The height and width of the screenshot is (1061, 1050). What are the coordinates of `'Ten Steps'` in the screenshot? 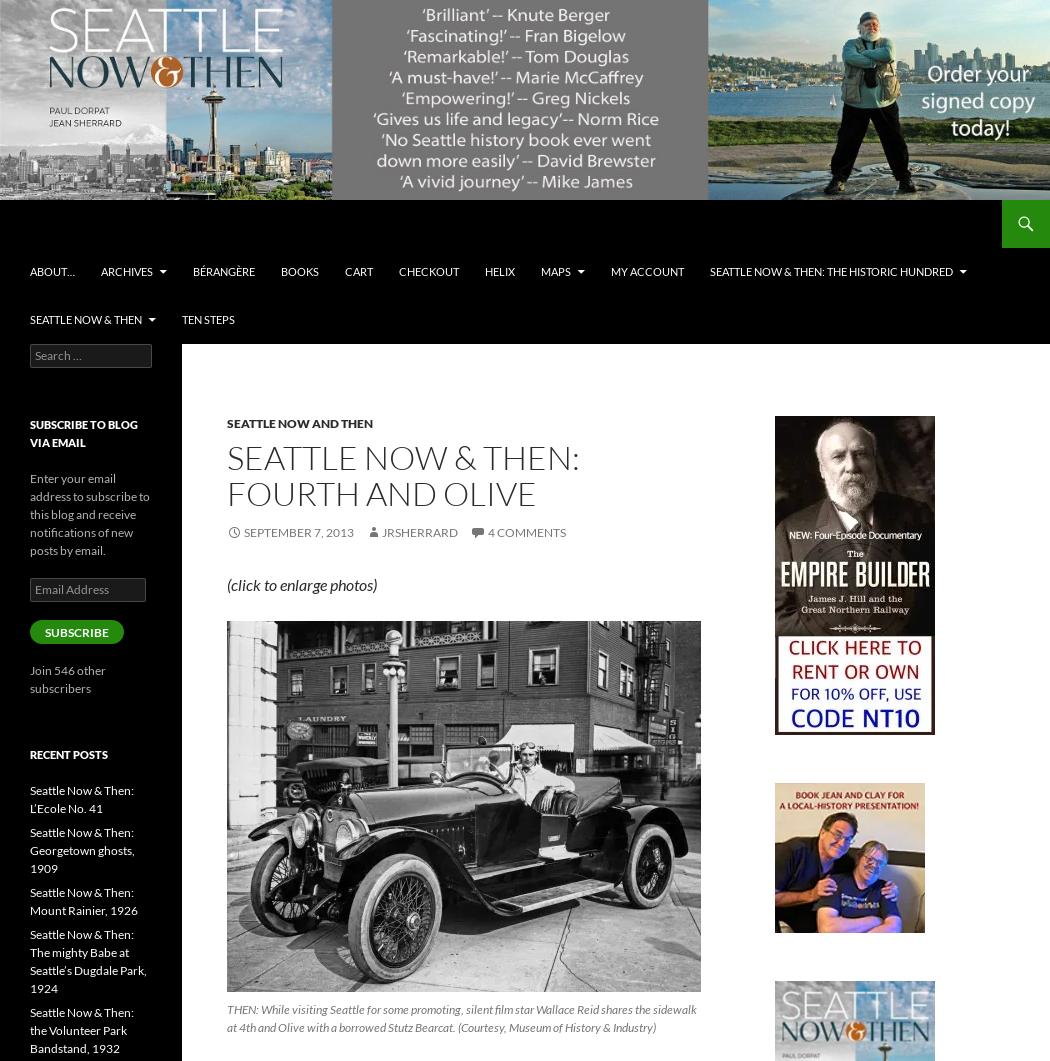 It's located at (207, 318).